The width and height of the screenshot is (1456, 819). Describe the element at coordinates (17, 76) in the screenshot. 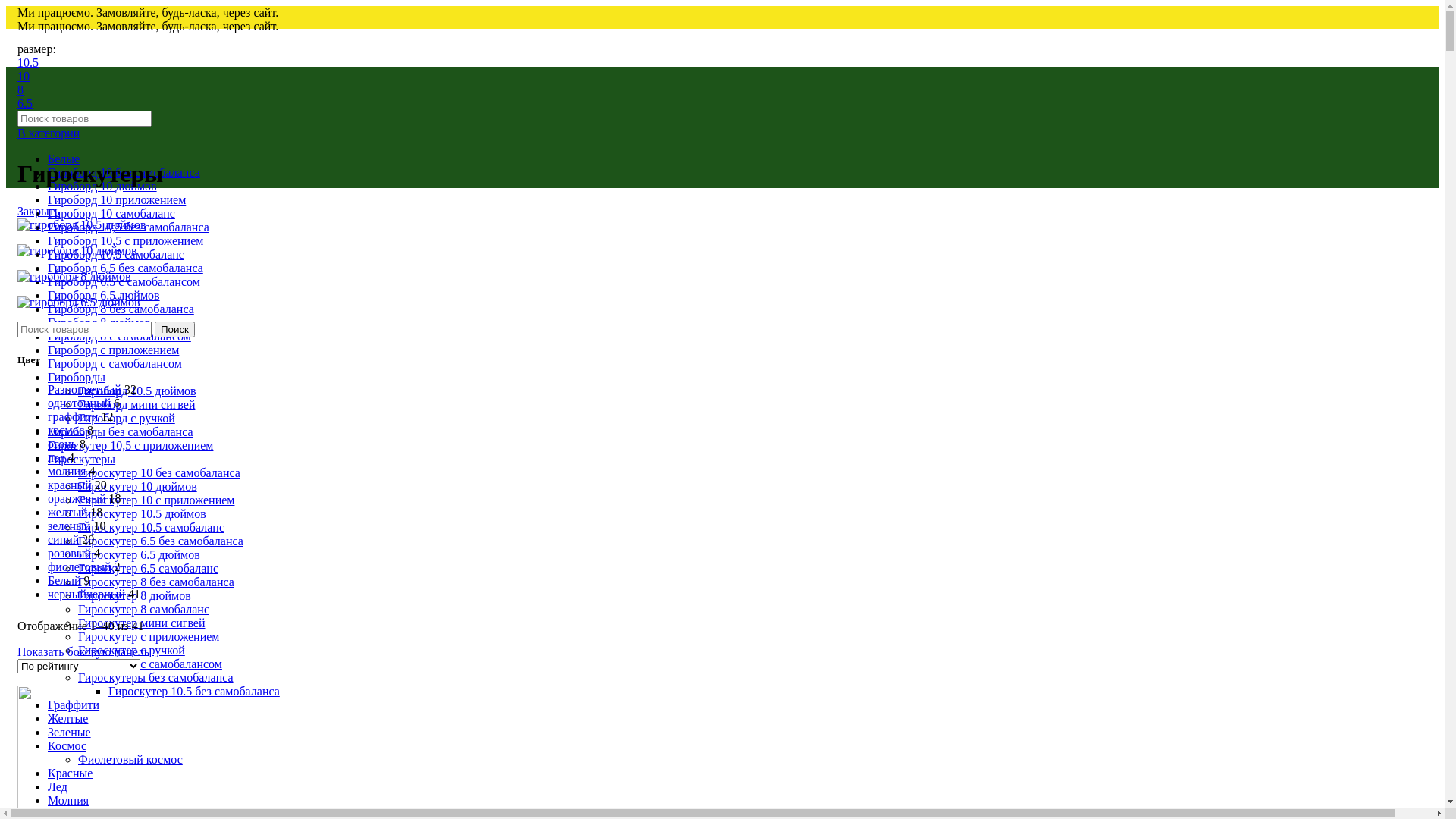

I see `'10'` at that location.